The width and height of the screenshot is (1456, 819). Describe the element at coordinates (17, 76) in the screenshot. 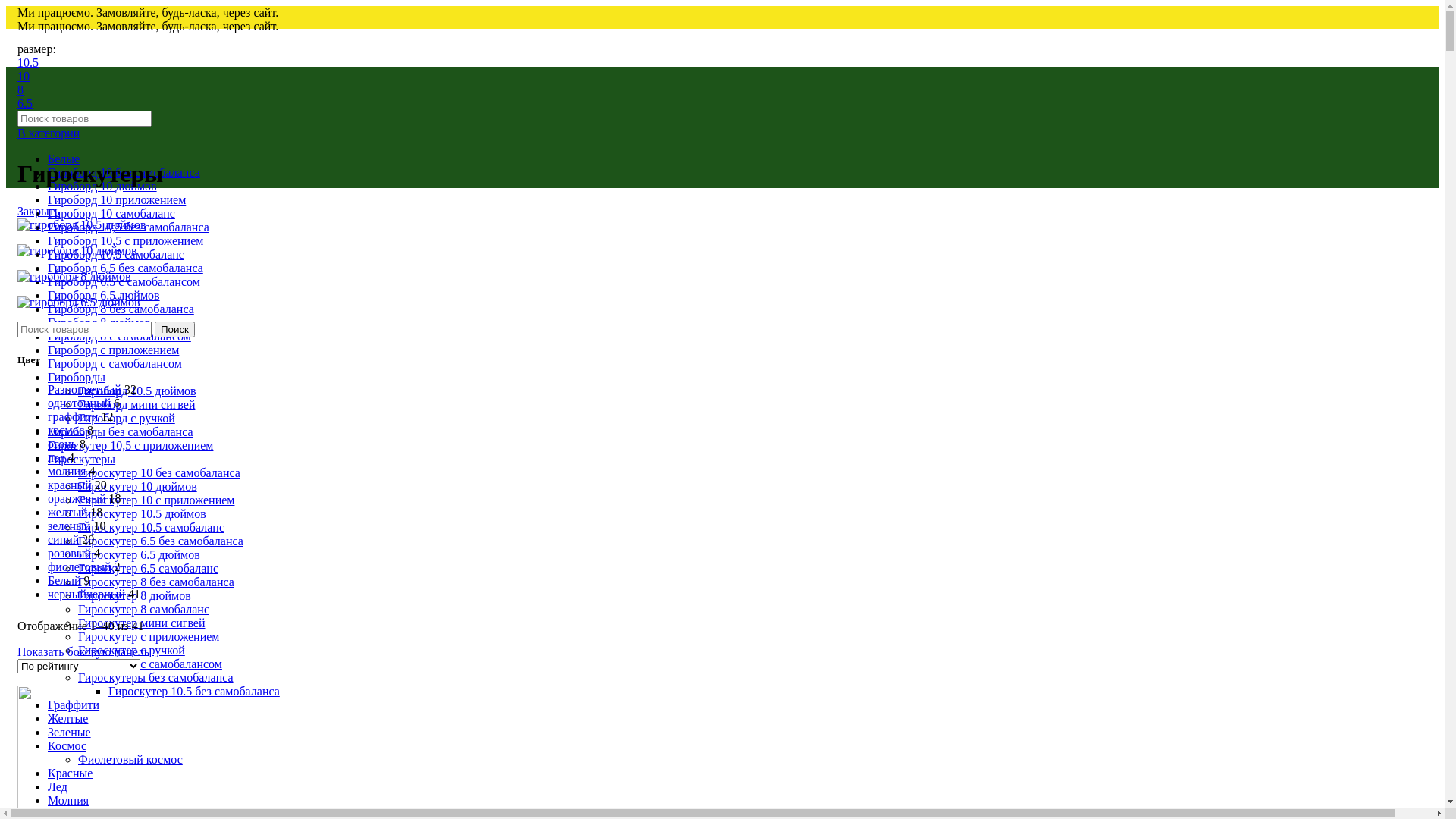

I see `'10'` at that location.